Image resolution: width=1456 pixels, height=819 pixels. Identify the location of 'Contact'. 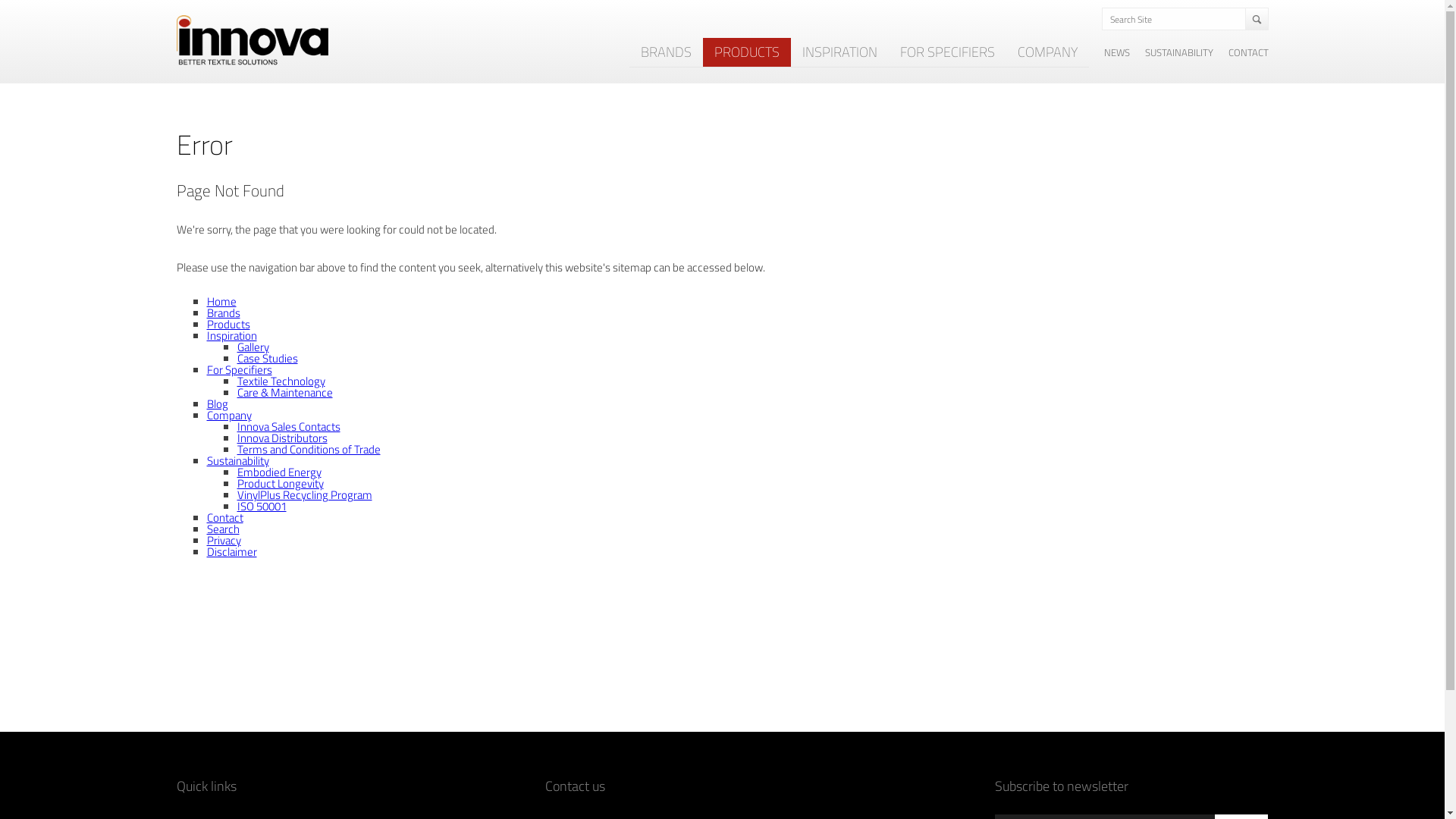
(224, 516).